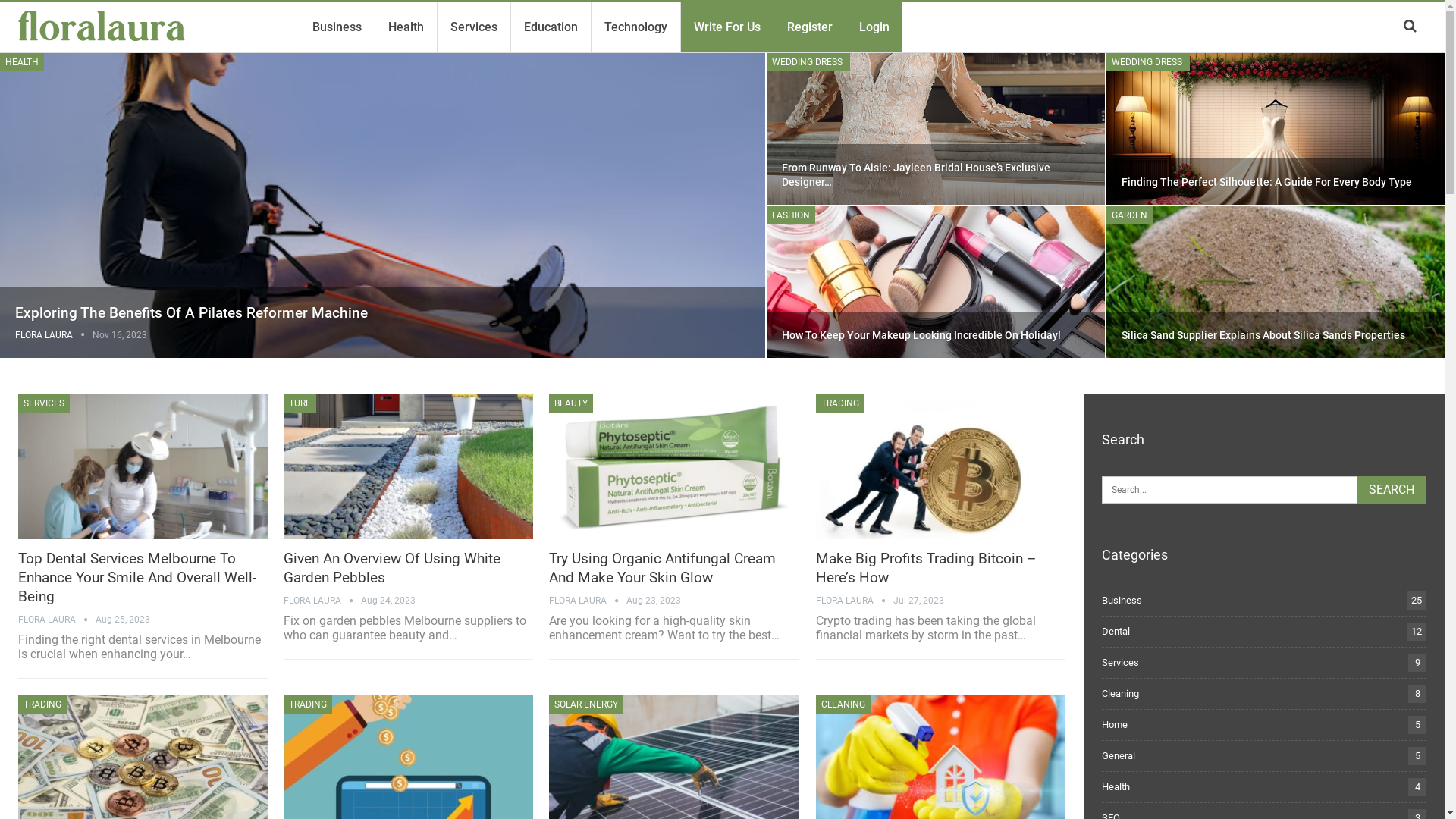 This screenshot has height=819, width=1456. What do you see at coordinates (789, 215) in the screenshot?
I see `'FASHION'` at bounding box center [789, 215].